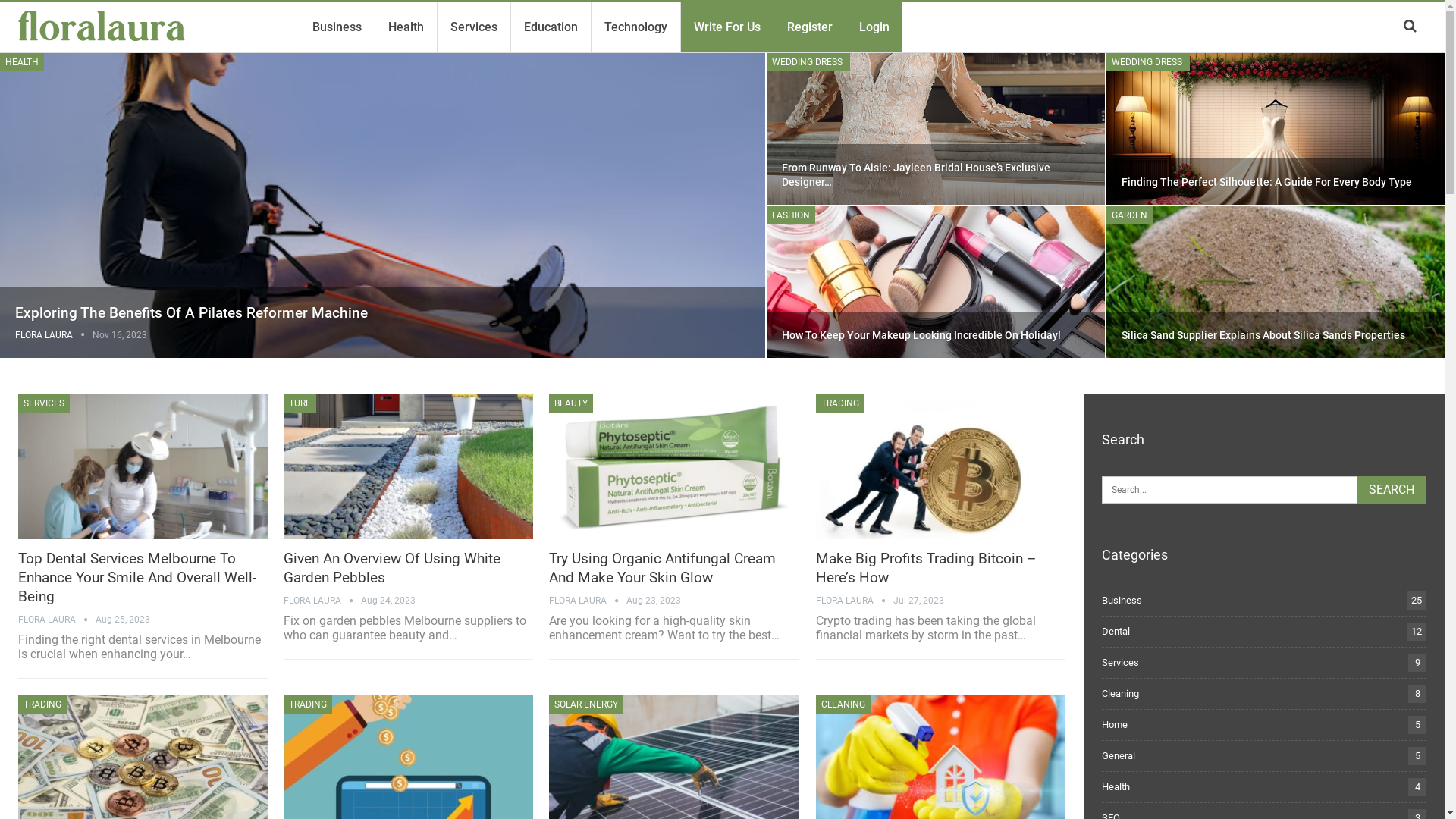 This screenshot has height=819, width=1456. What do you see at coordinates (789, 215) in the screenshot?
I see `'FASHION'` at bounding box center [789, 215].